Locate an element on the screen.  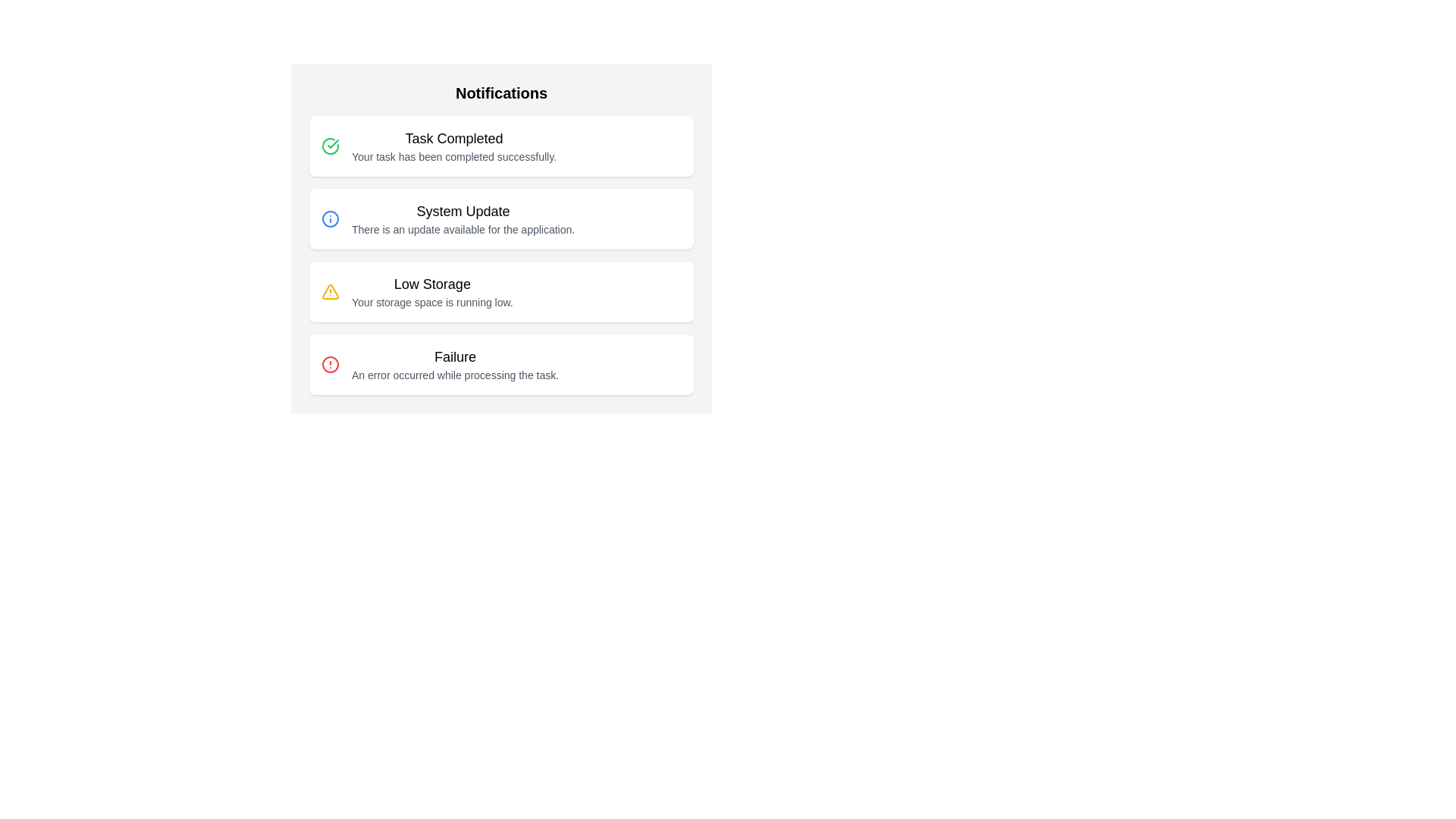
text that informs the user about the availability of an application update, located under the 'System Update' heading in the second notification of the list is located at coordinates (463, 230).